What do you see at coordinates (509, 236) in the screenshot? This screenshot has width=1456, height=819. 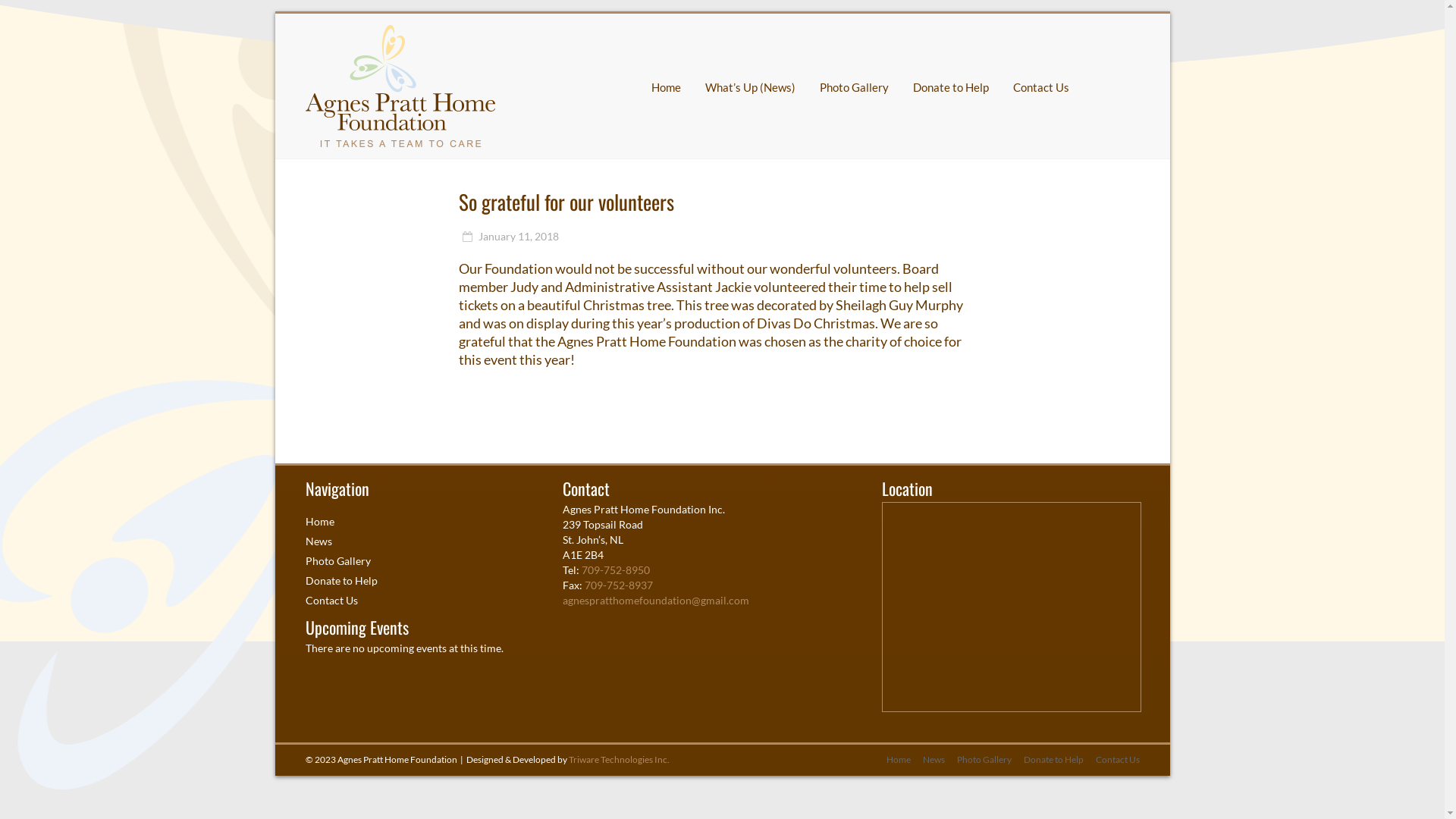 I see `'January 11, 2018'` at bounding box center [509, 236].